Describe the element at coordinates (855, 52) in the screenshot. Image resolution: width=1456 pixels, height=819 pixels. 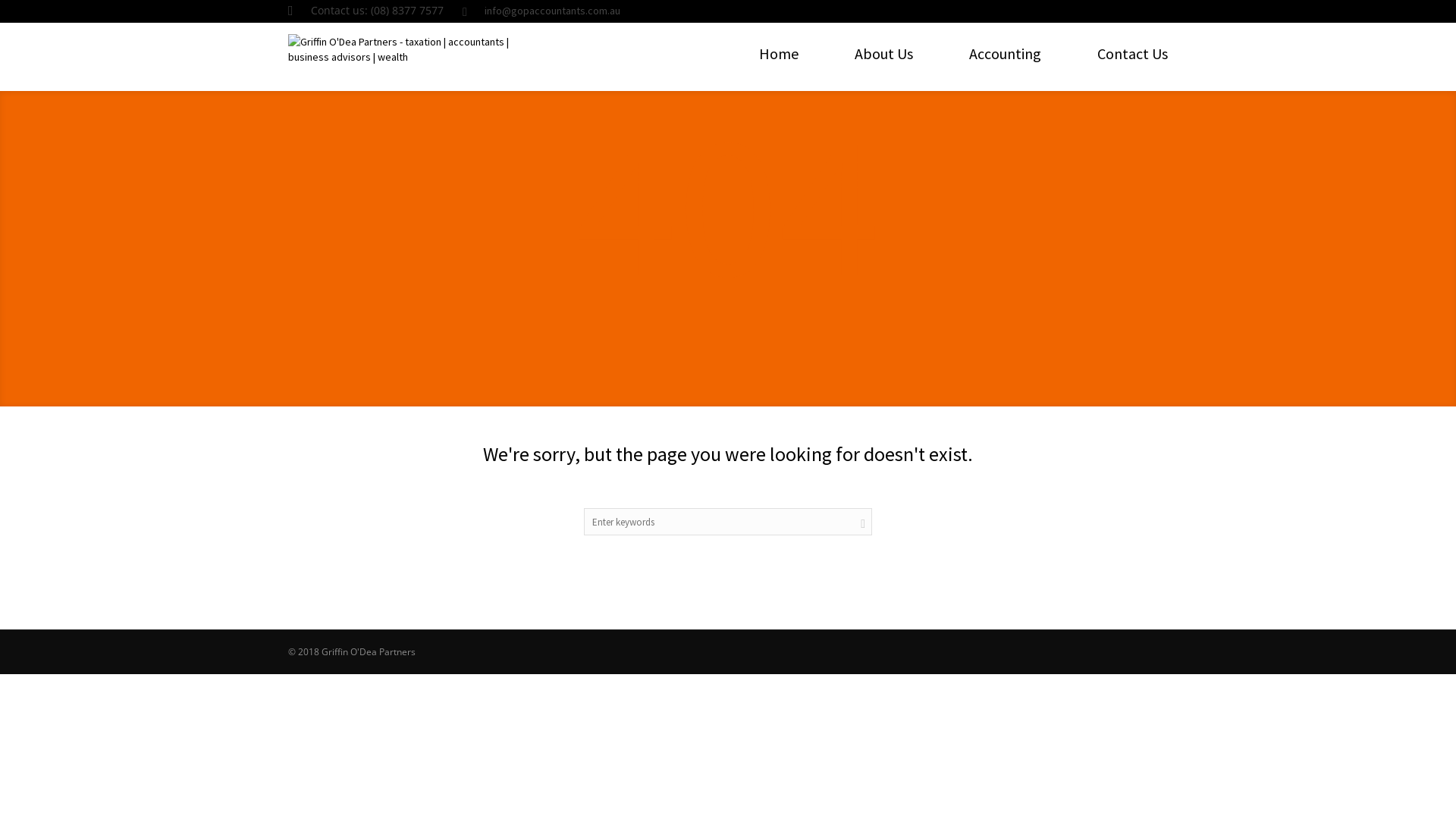
I see `'About Us'` at that location.